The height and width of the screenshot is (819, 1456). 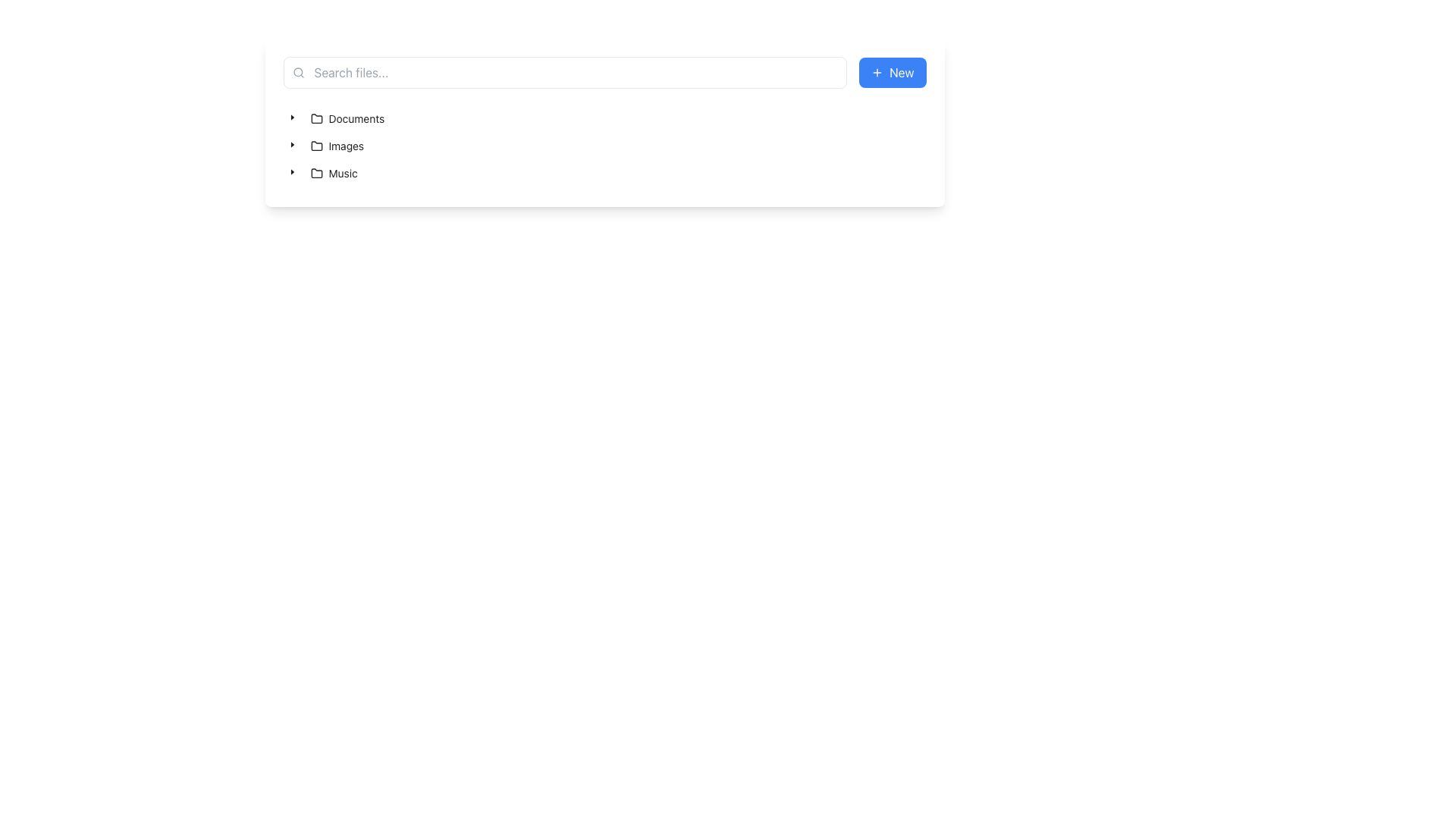 I want to click on the text label displaying 'Images', which is located between 'Documents' and 'Music' in the list of folder names, so click(x=345, y=146).